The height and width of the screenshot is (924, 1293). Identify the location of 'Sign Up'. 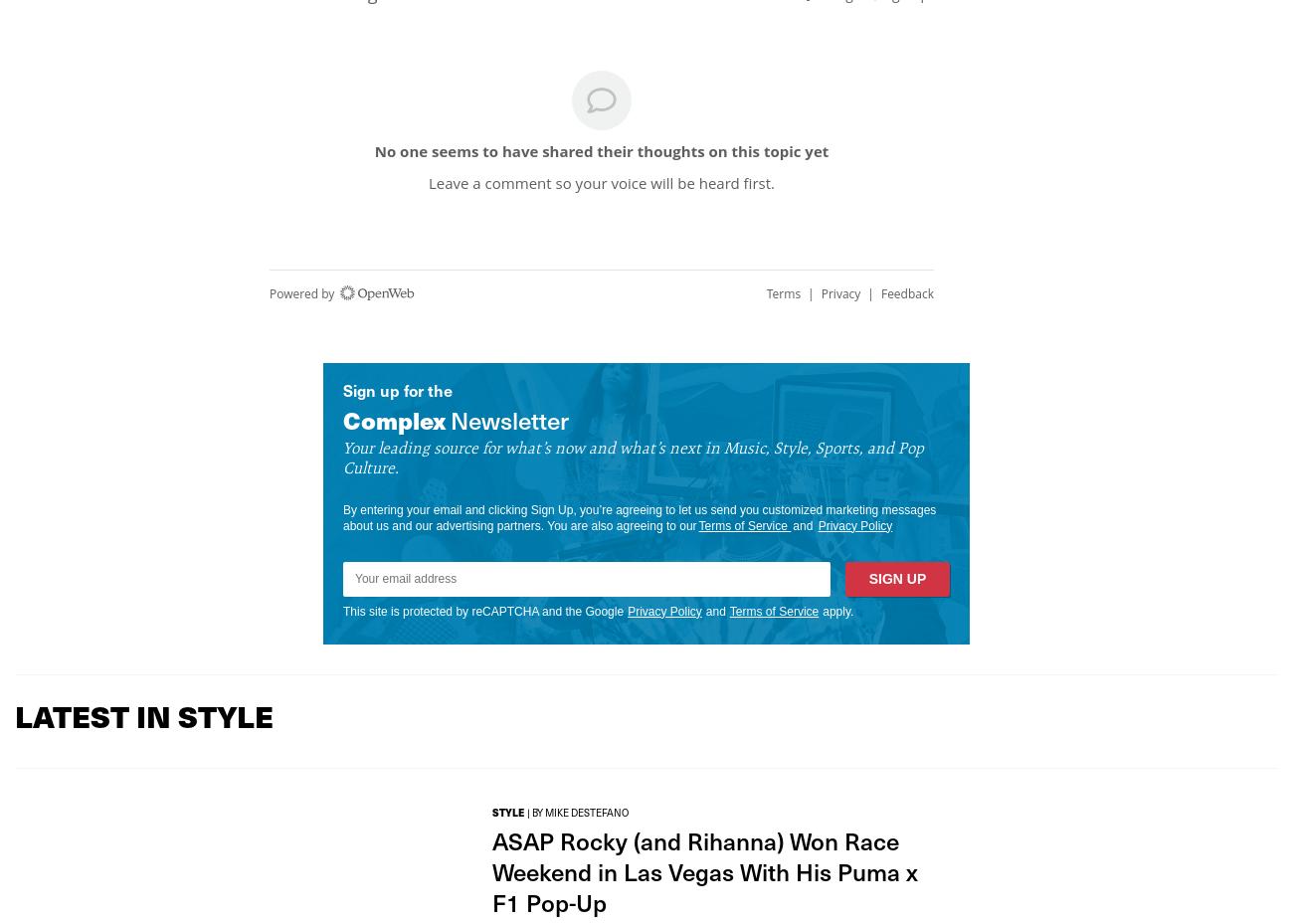
(895, 578).